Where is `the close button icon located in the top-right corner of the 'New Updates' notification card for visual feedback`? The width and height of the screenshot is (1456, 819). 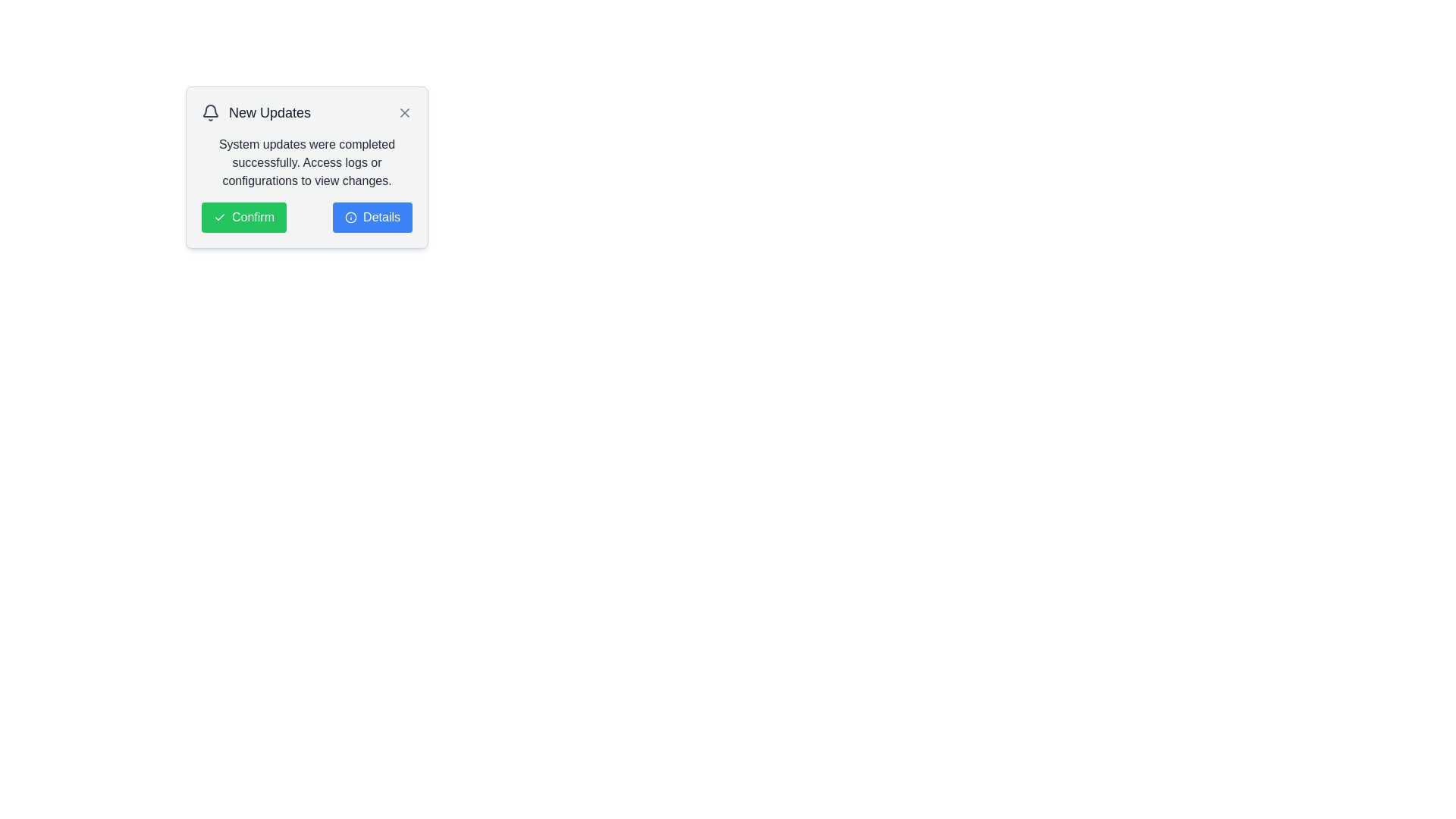 the close button icon located in the top-right corner of the 'New Updates' notification card for visual feedback is located at coordinates (404, 112).